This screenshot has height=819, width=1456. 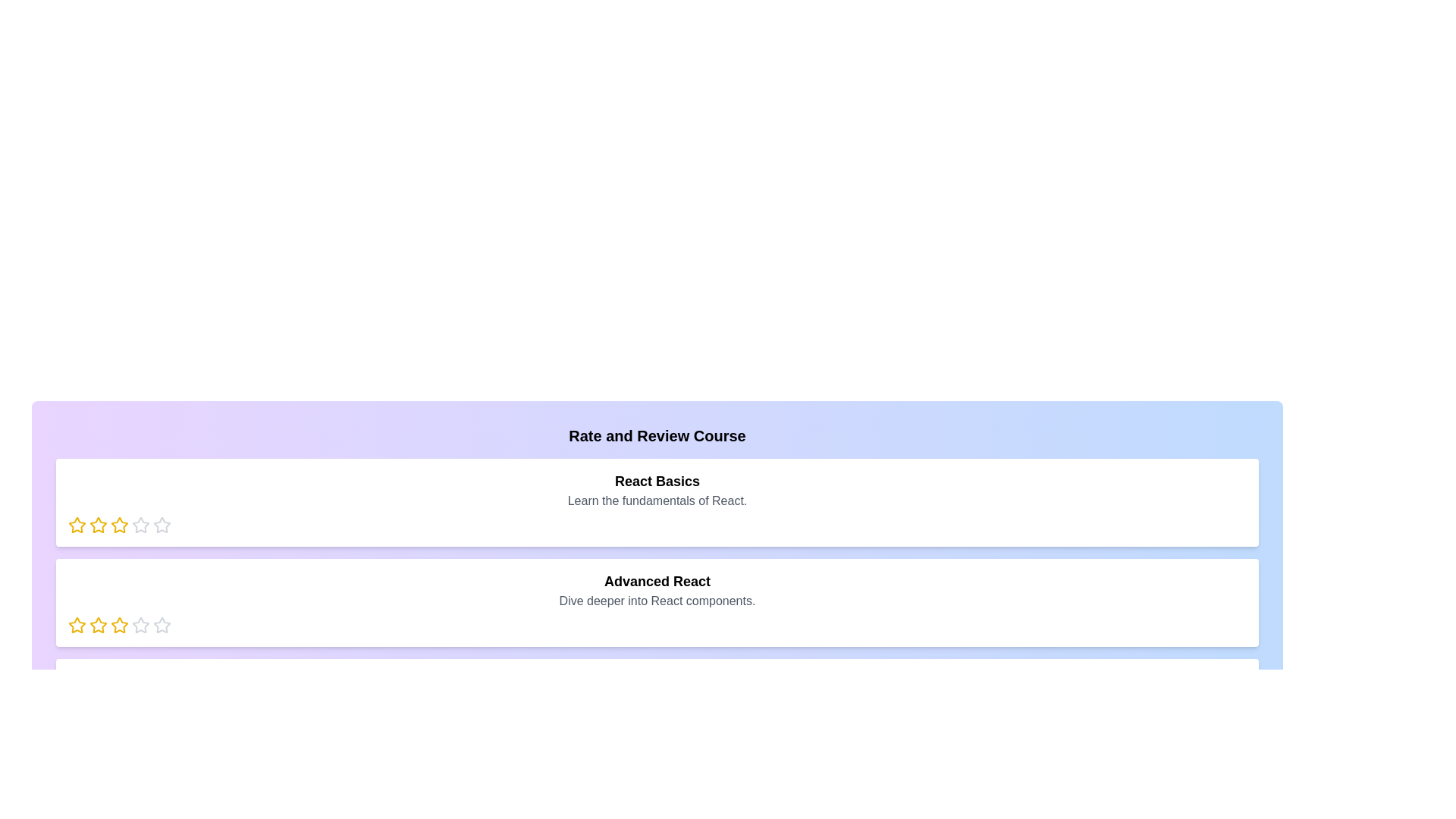 I want to click on the second yellow star icon with a hollow center in the star rating system to set or change the rating for the 'Advanced React' course, so click(x=119, y=625).